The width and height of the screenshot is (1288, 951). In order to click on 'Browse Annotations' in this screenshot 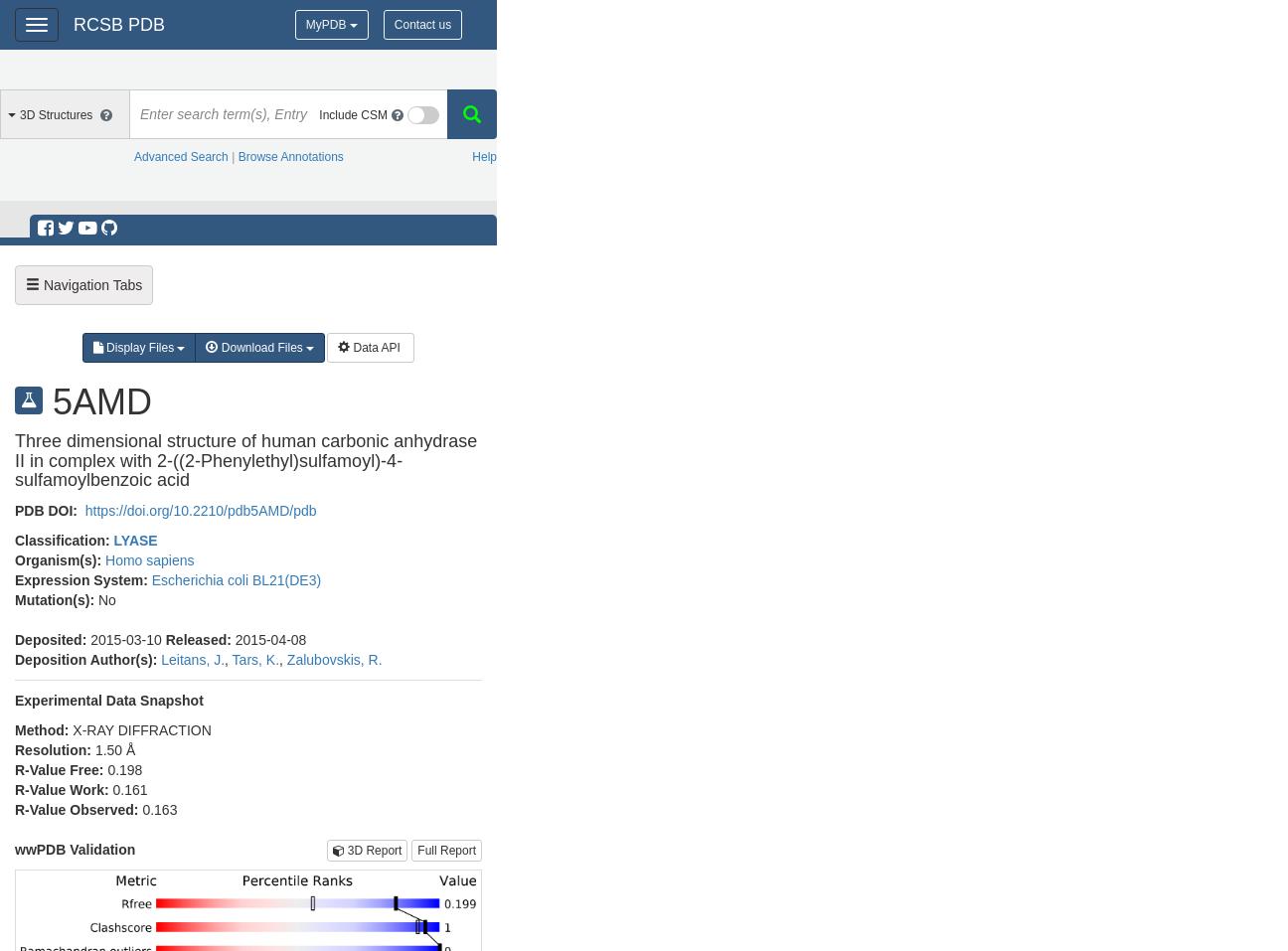, I will do `click(289, 157)`.